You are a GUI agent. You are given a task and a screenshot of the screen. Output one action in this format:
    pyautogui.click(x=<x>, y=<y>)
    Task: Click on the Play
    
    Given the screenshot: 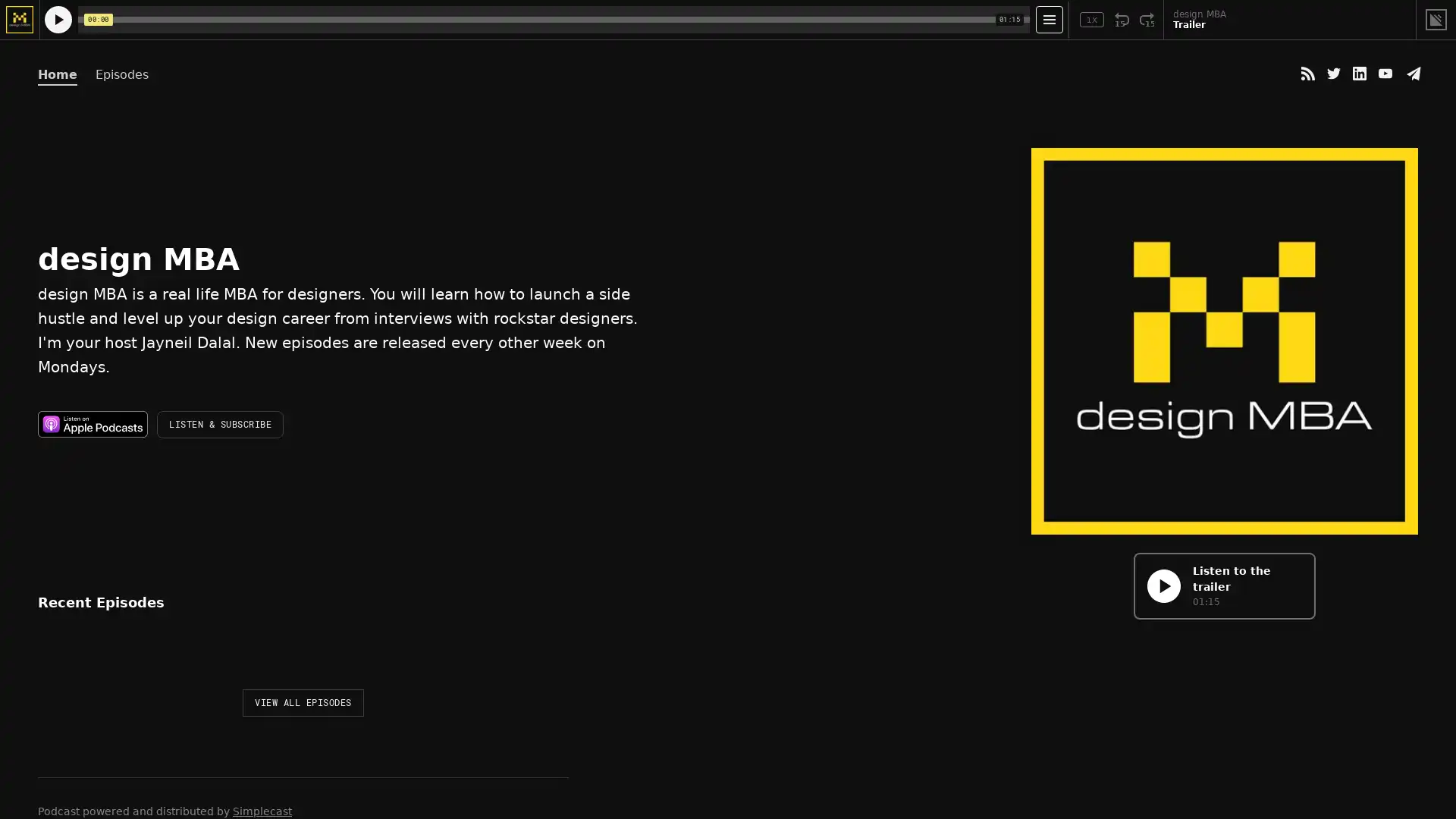 What is the action you would take?
    pyautogui.click(x=1163, y=585)
    